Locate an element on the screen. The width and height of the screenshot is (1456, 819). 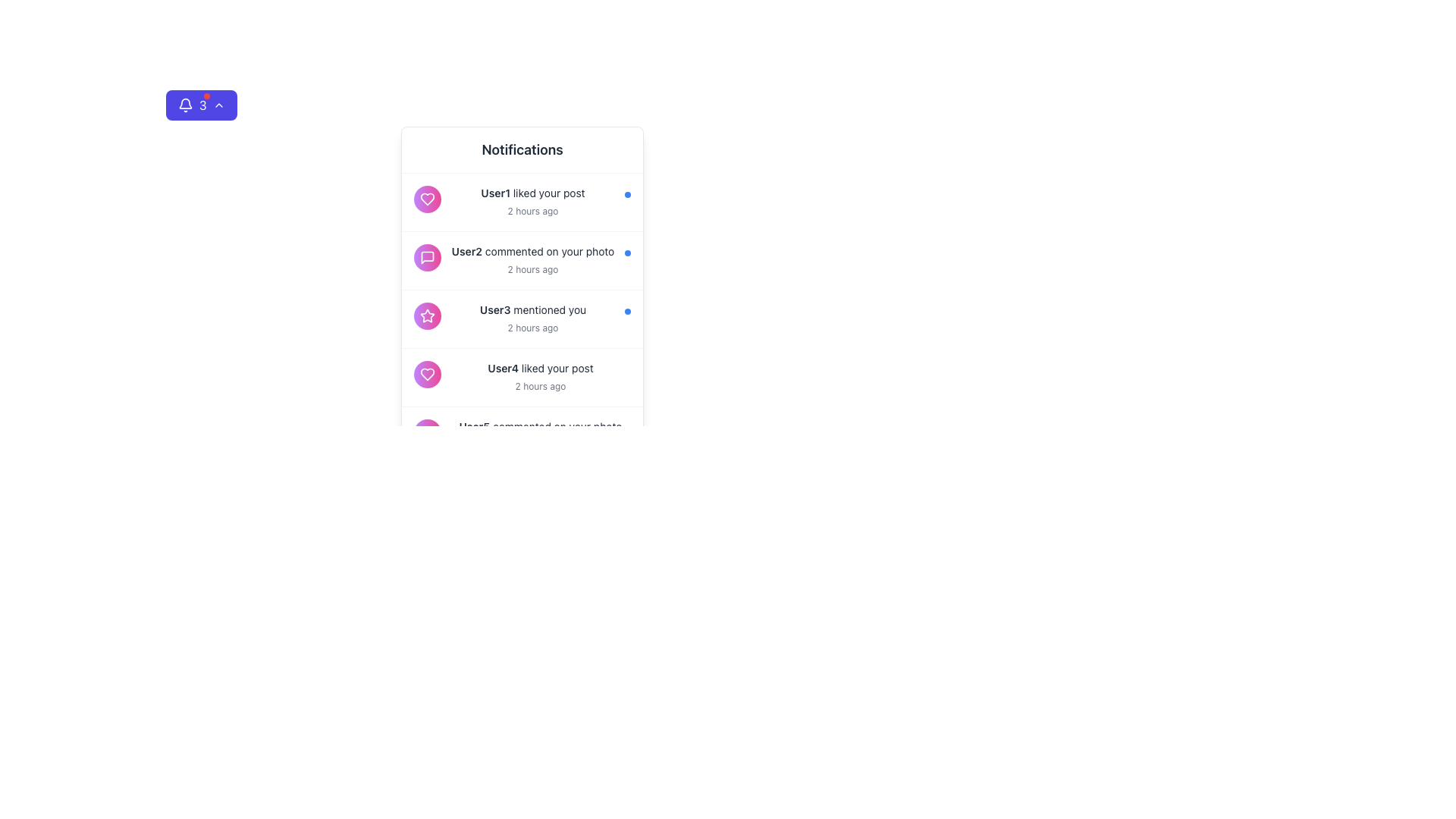
the second notification entry in the vertically stacked list is located at coordinates (532, 259).